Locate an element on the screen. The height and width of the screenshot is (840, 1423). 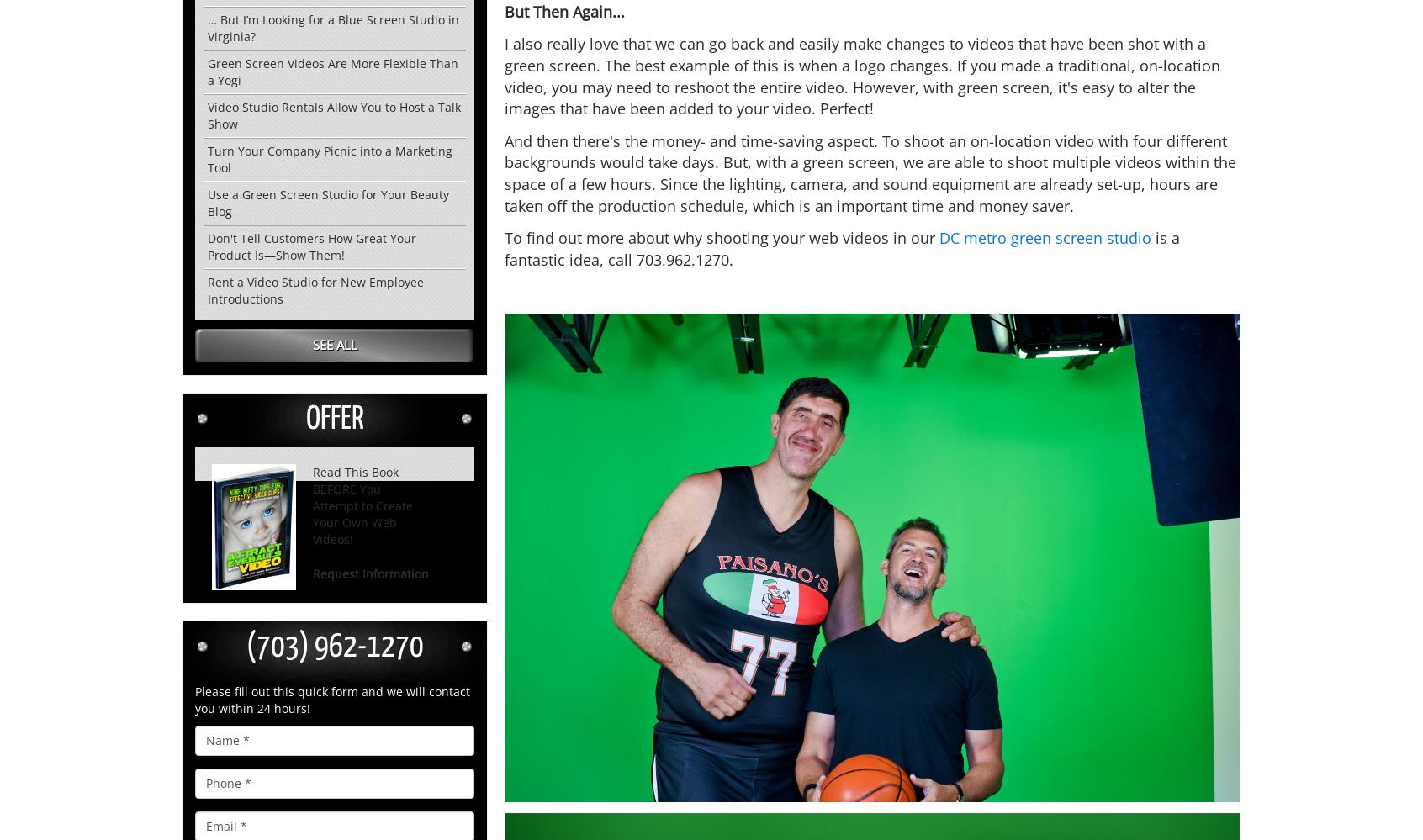
'Don't Tell Customers How Great Your Product Is—Show Them!' is located at coordinates (312, 245).